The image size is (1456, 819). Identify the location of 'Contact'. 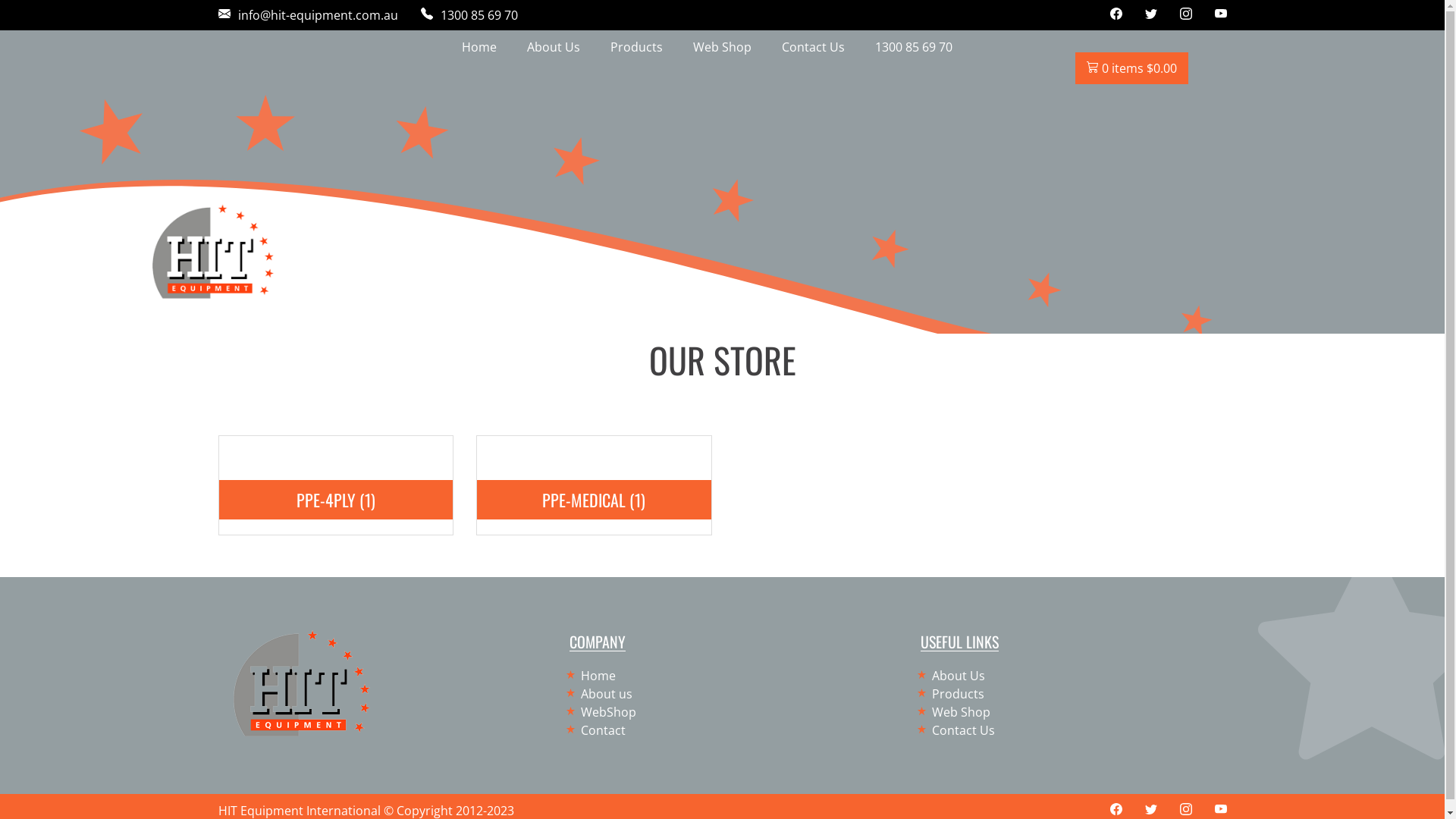
(596, 730).